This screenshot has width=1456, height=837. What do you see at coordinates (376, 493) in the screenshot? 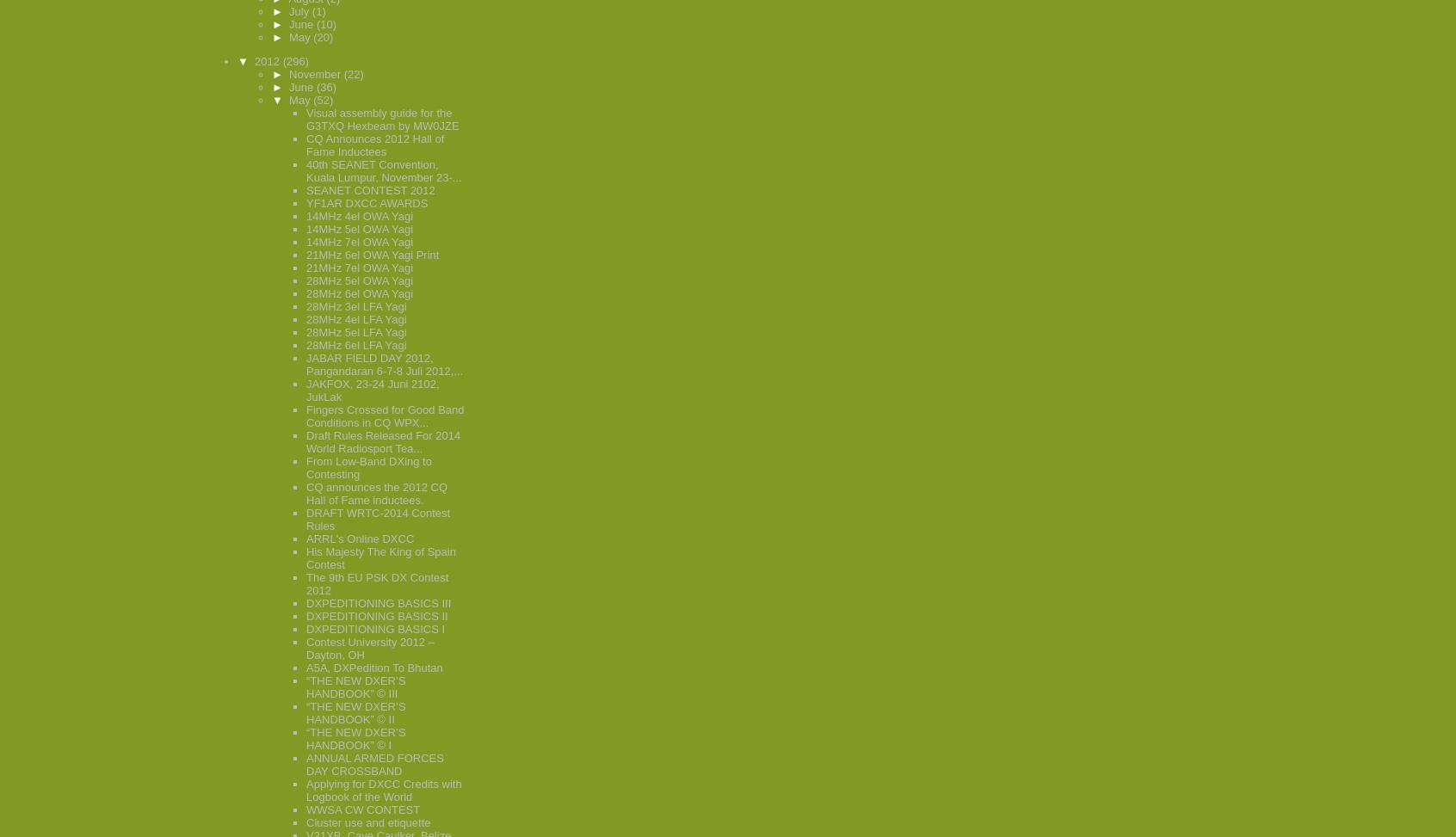
I see `'CQ announces the 2012 CQ Hall of Fame inductees.'` at bounding box center [376, 493].